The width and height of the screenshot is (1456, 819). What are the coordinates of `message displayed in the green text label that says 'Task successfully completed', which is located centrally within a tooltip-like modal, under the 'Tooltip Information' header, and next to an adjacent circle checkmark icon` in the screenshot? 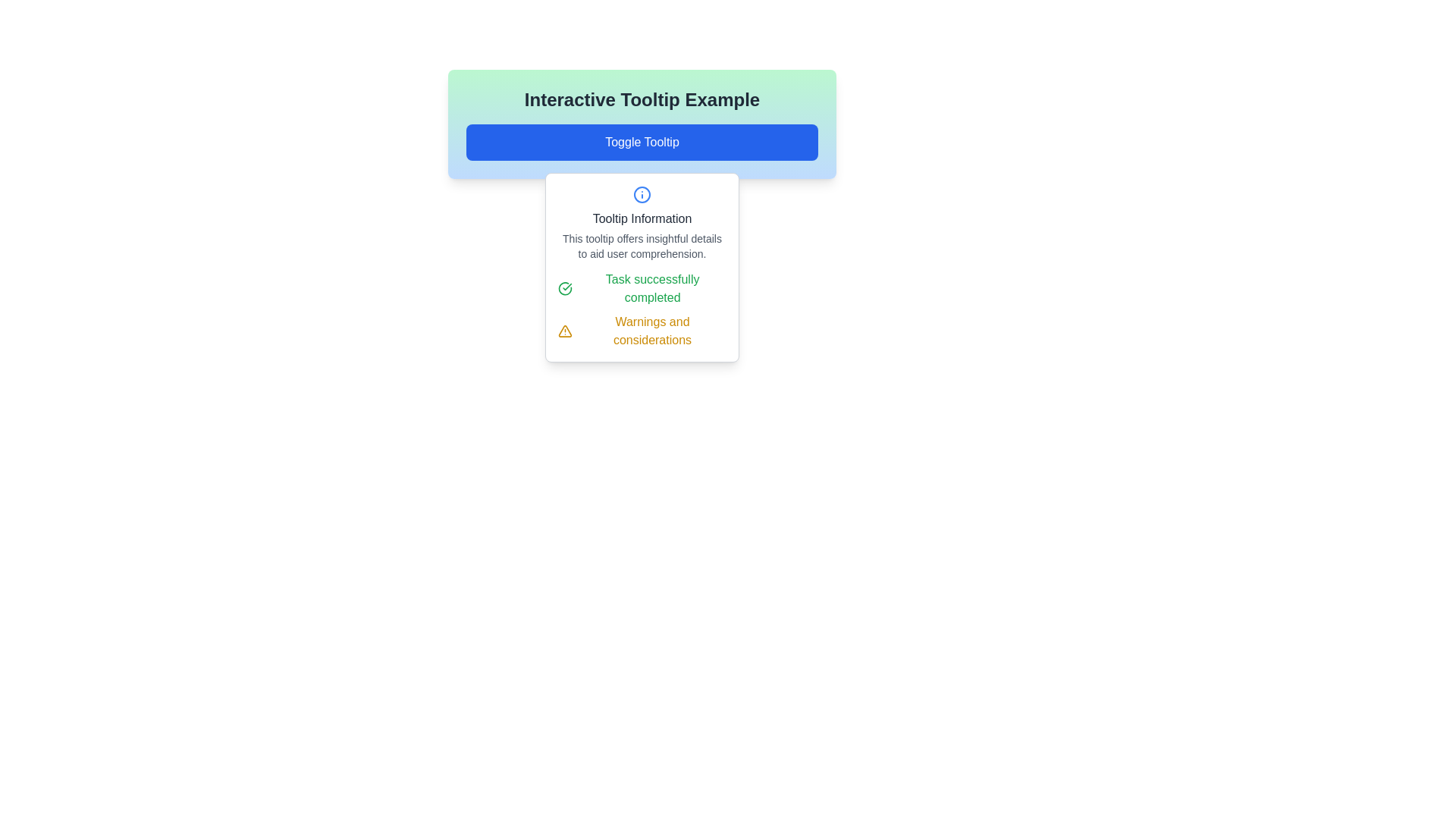 It's located at (652, 289).